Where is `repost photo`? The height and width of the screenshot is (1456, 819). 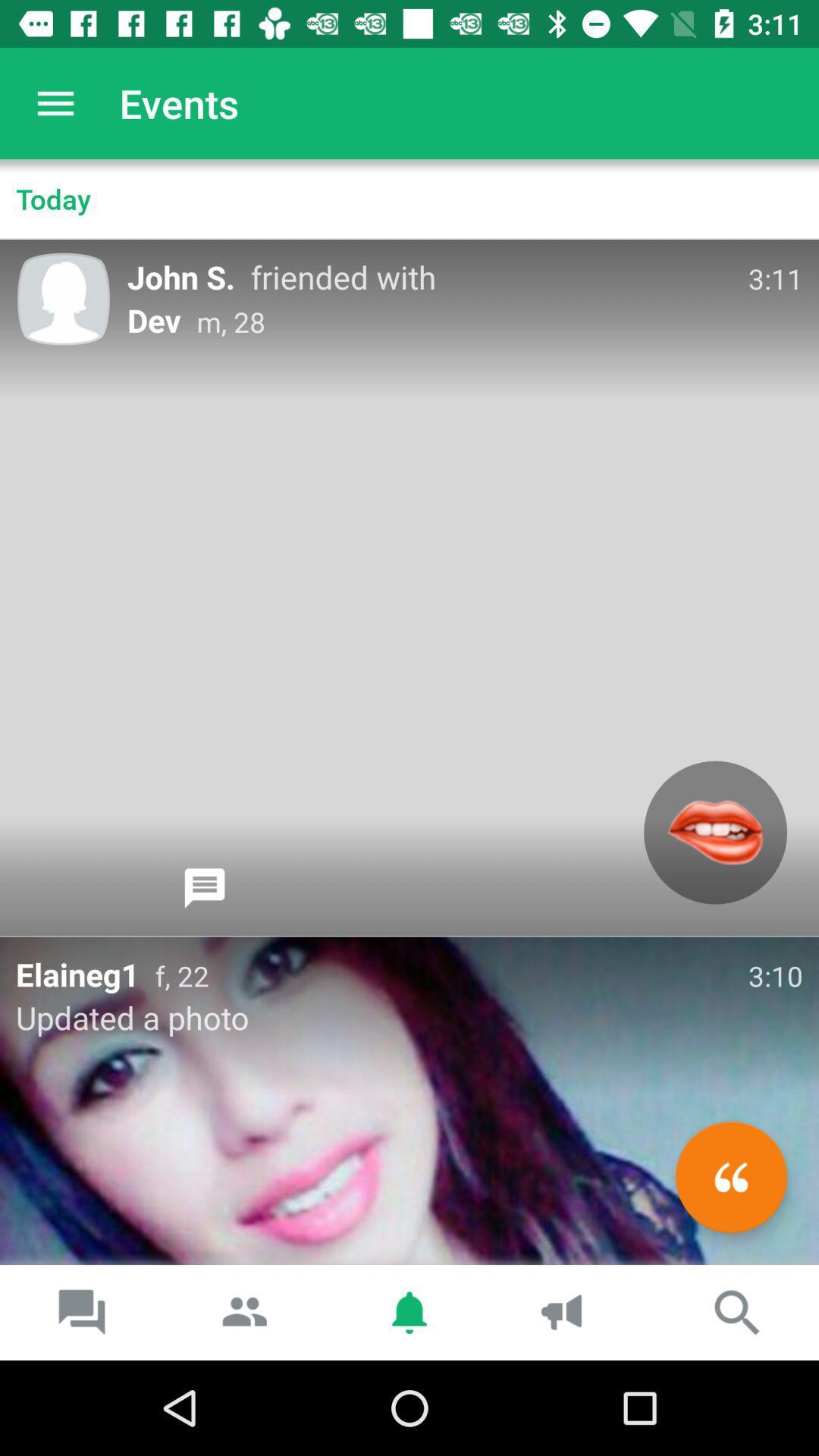
repost photo is located at coordinates (730, 1176).